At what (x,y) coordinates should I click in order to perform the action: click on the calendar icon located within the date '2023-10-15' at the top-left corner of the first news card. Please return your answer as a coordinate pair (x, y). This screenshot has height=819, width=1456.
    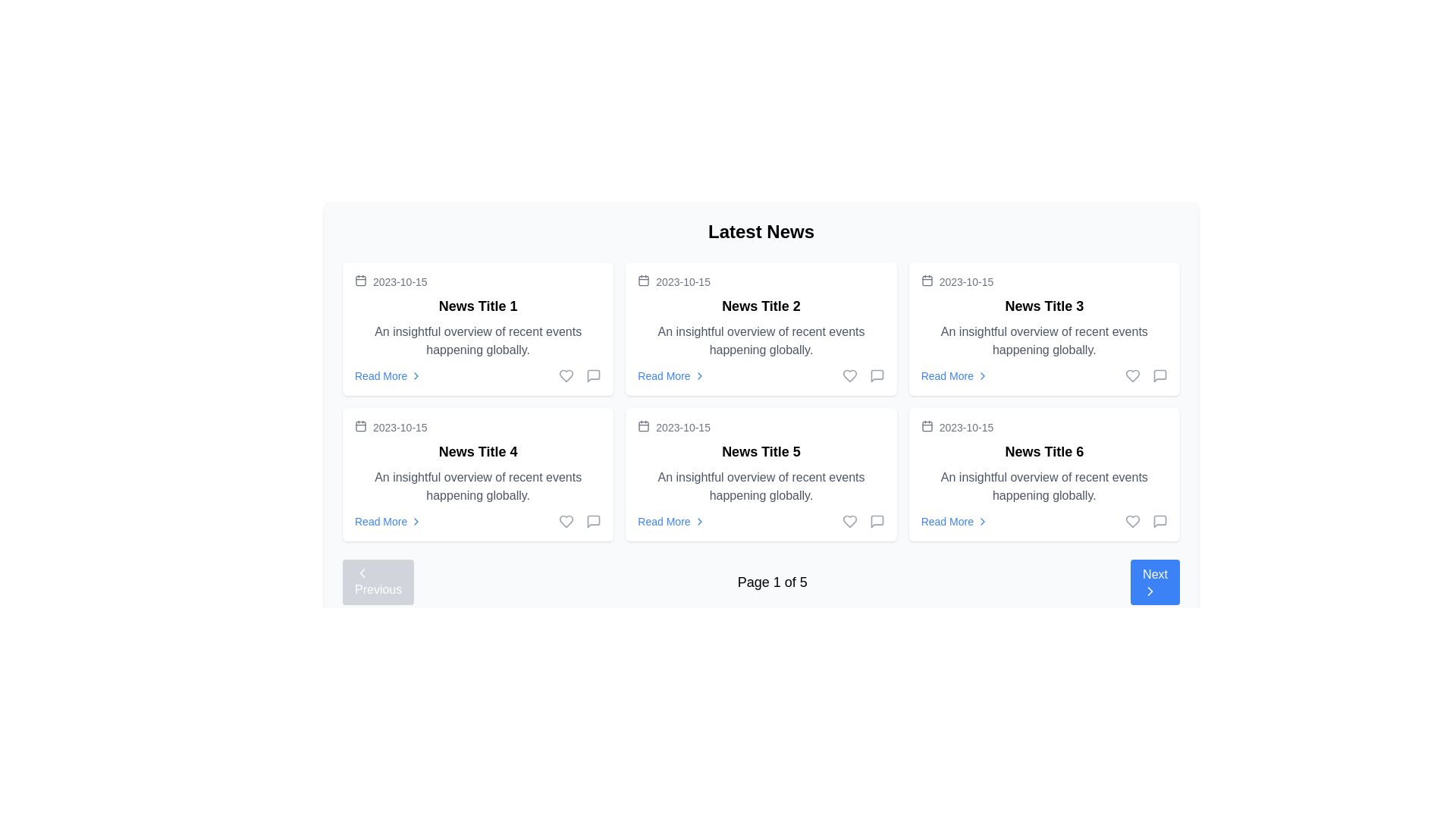
    Looking at the image, I should click on (359, 281).